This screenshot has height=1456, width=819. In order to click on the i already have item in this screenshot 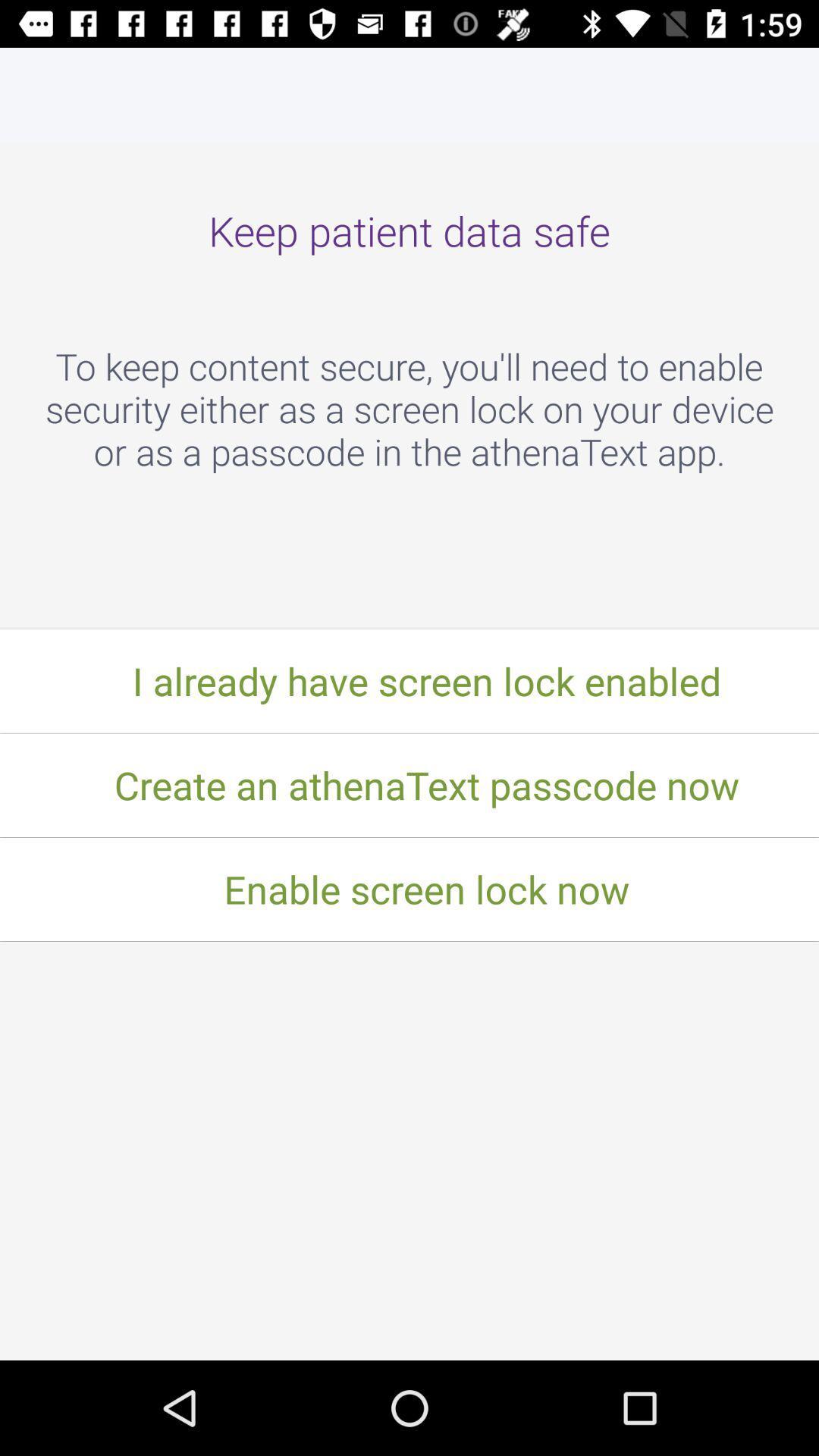, I will do `click(409, 680)`.